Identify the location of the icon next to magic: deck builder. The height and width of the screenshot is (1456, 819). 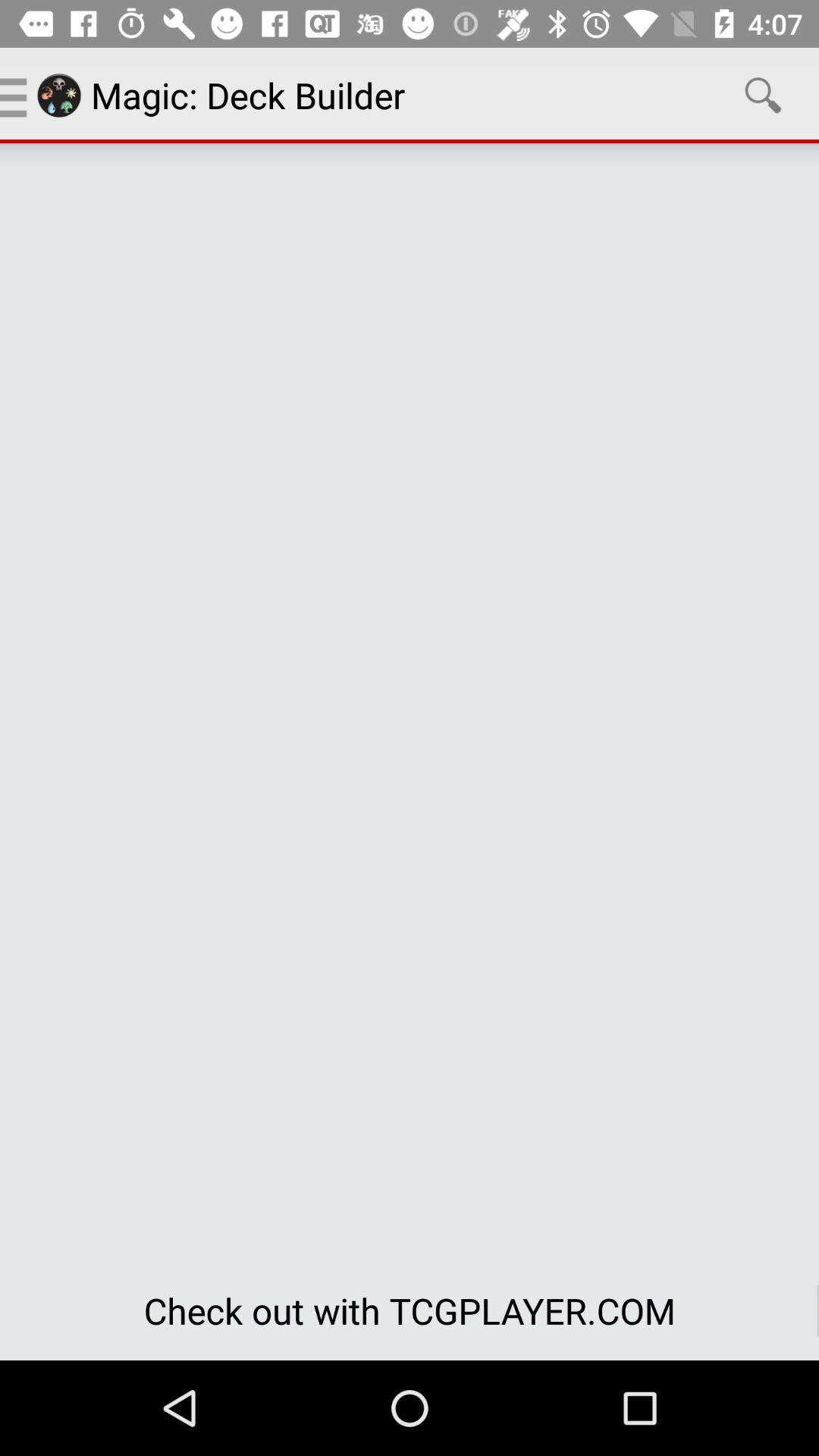
(763, 94).